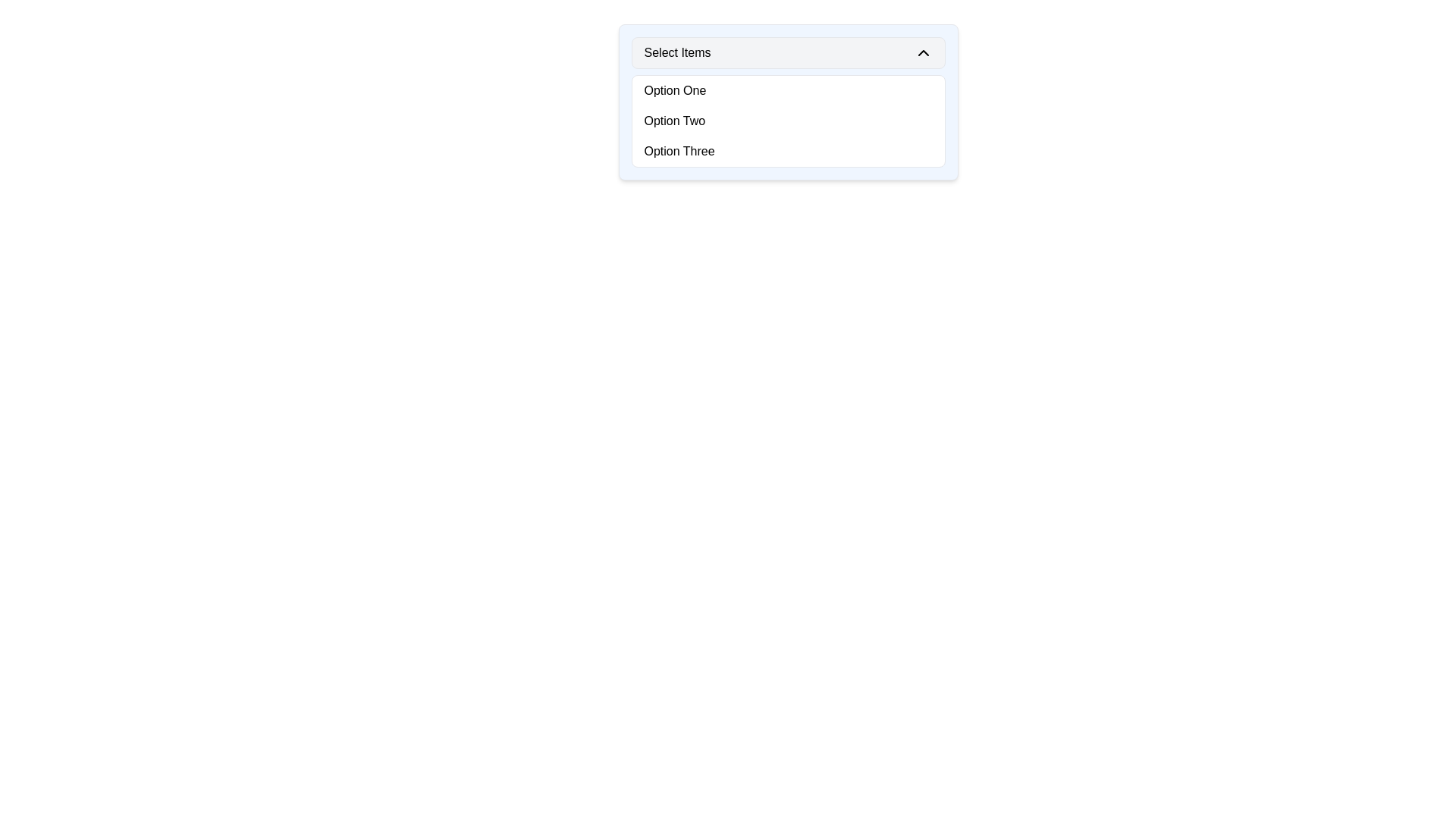 The height and width of the screenshot is (819, 1456). Describe the element at coordinates (676, 52) in the screenshot. I see `the 'Select Items' text label located in the dropdown menu header section` at that location.